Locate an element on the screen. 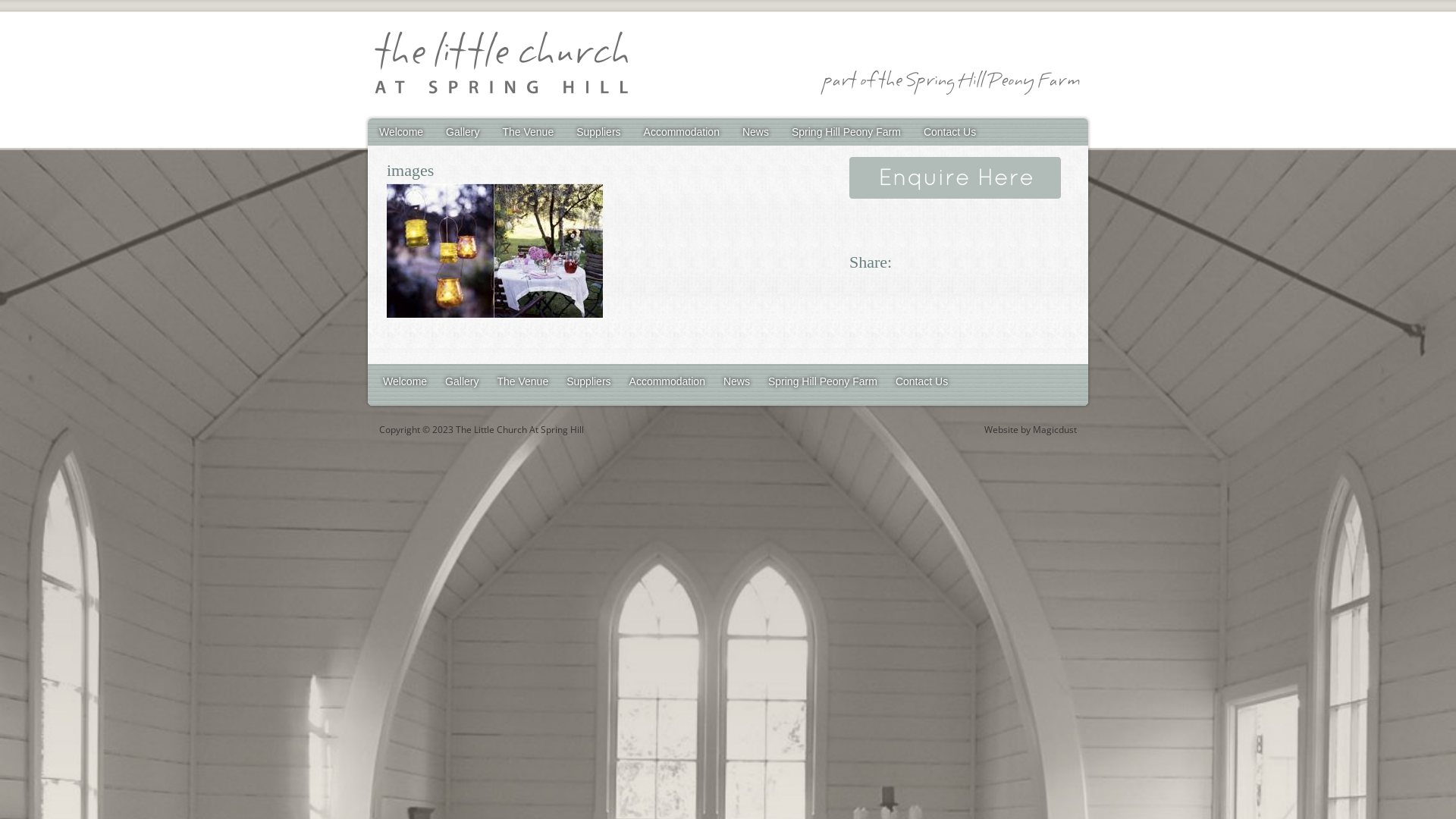  'Accommodation' is located at coordinates (632, 130).